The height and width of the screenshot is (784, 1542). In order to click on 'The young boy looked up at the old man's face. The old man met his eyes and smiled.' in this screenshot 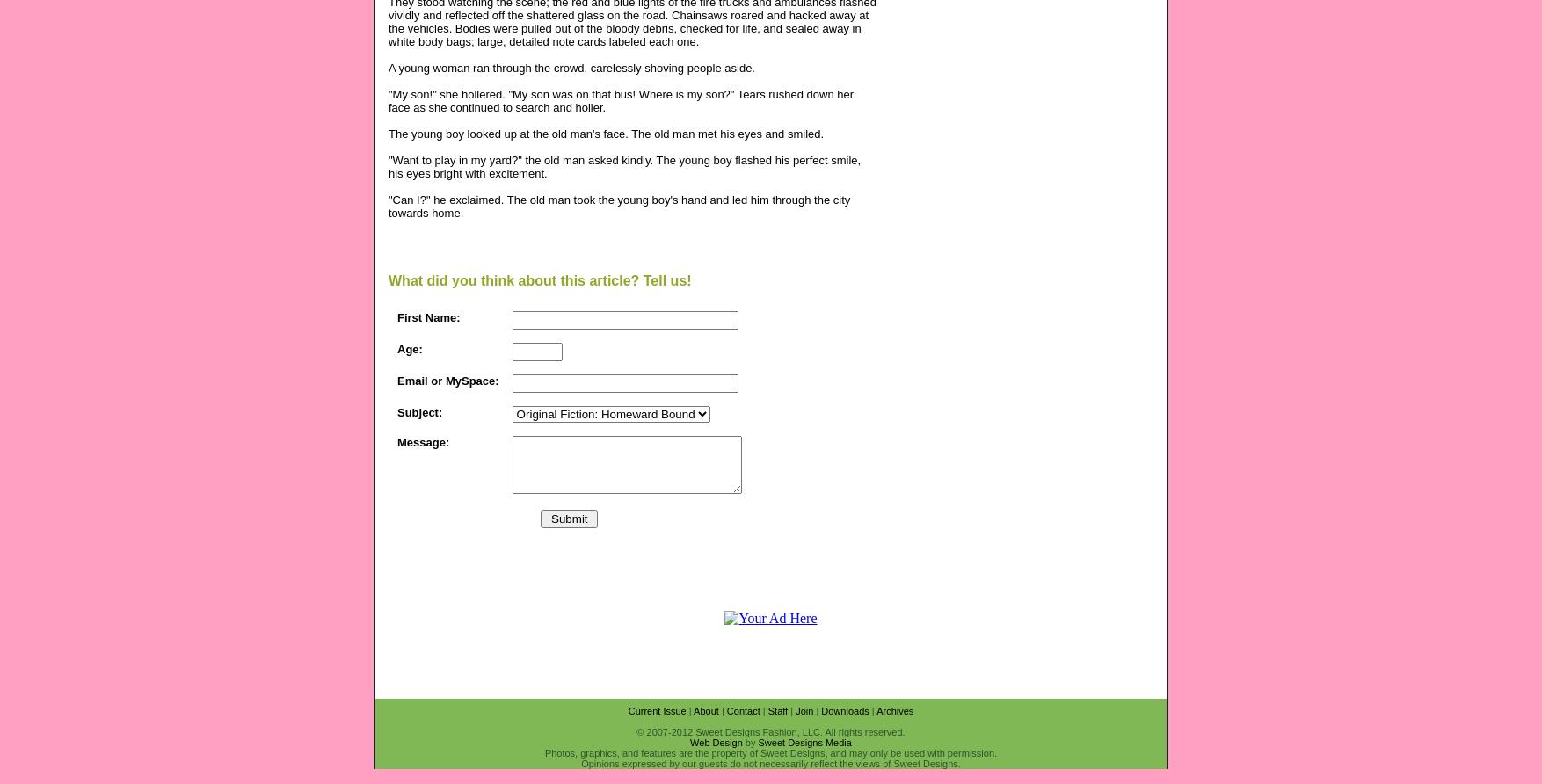, I will do `click(605, 132)`.